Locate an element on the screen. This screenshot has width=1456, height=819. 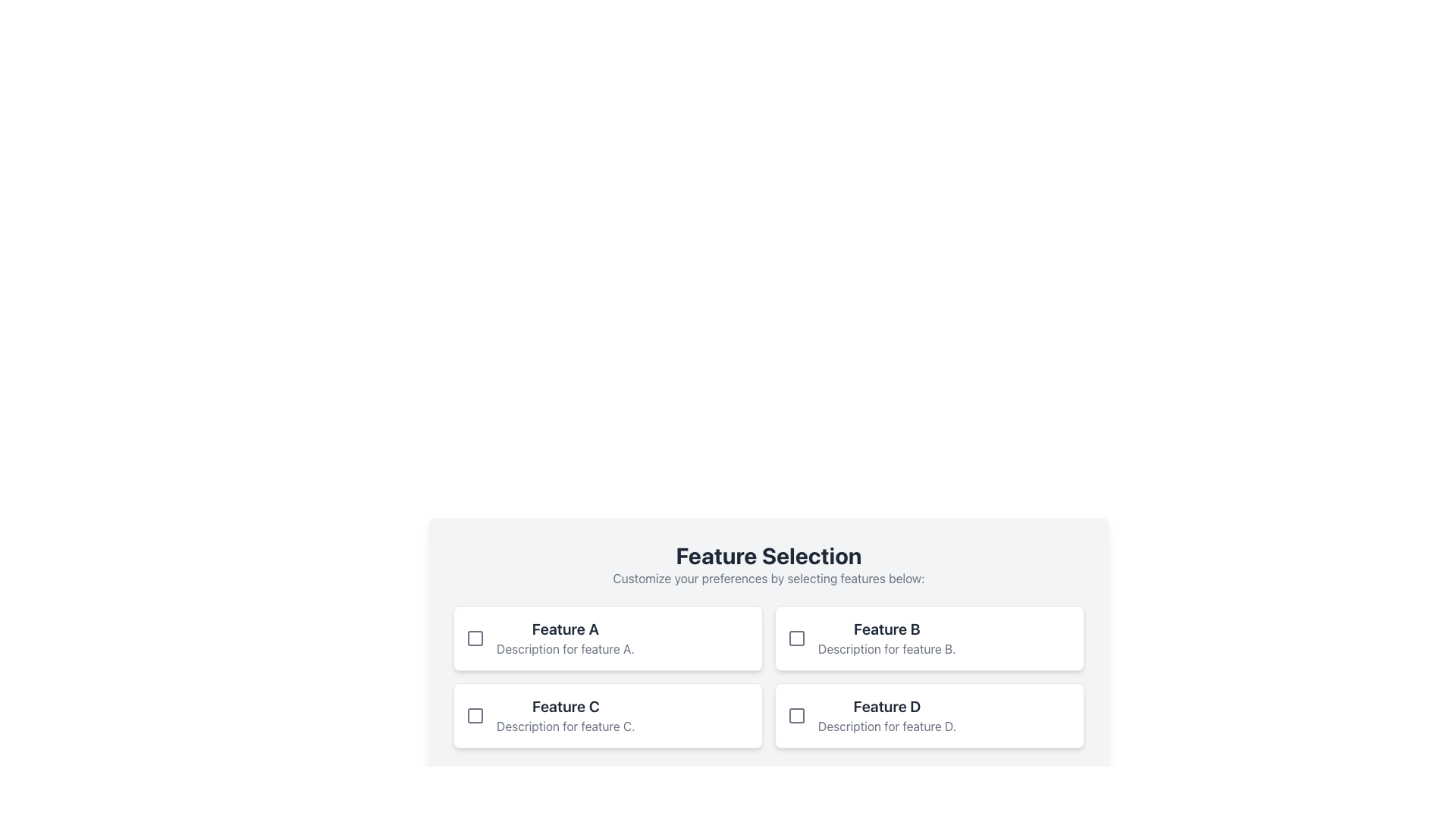
the checkbox element located at the center of the bottom-right option labeled 'Feature D' is located at coordinates (796, 716).